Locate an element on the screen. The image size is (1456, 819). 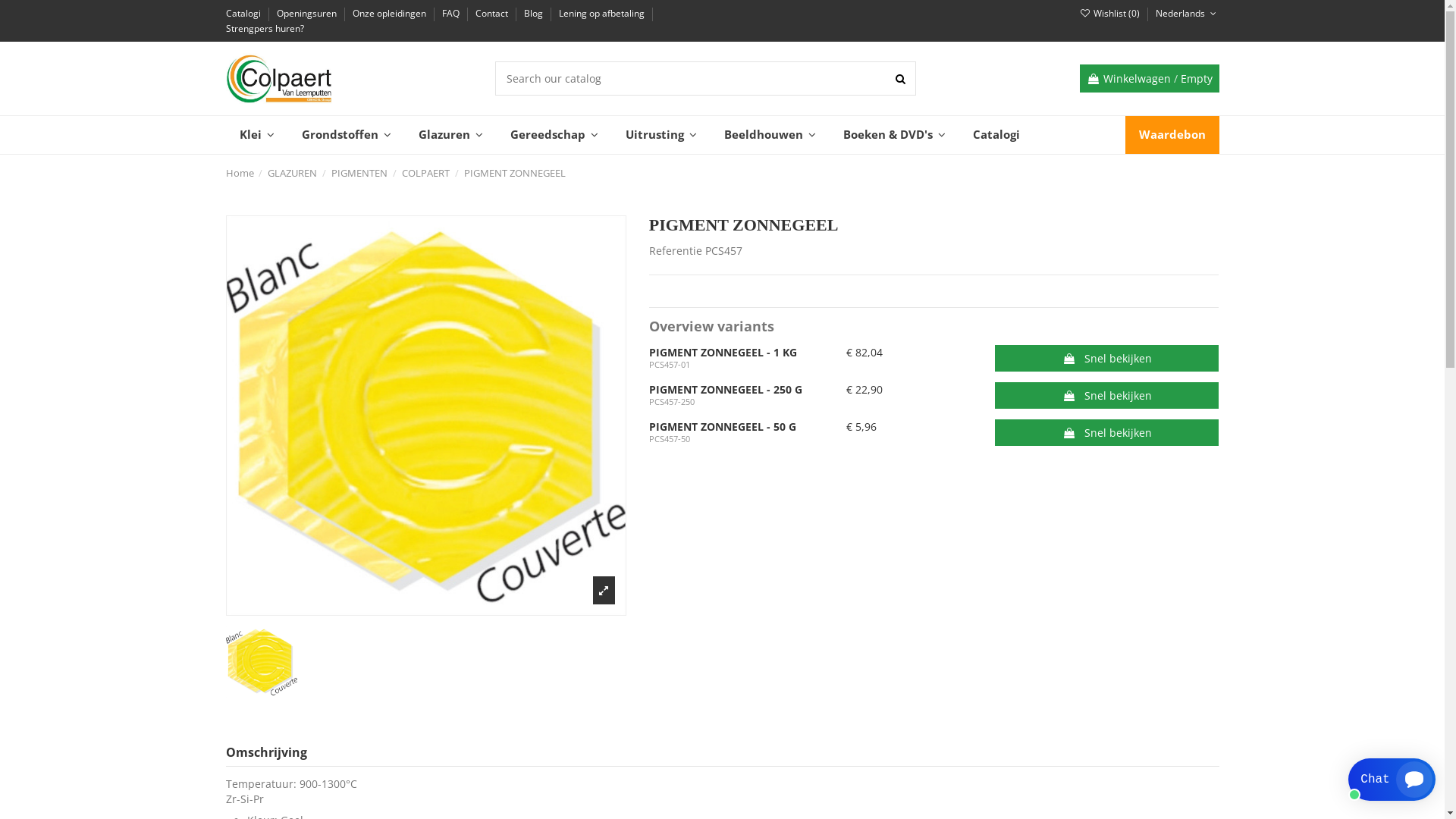
'Boeken & DVD's' is located at coordinates (829, 133).